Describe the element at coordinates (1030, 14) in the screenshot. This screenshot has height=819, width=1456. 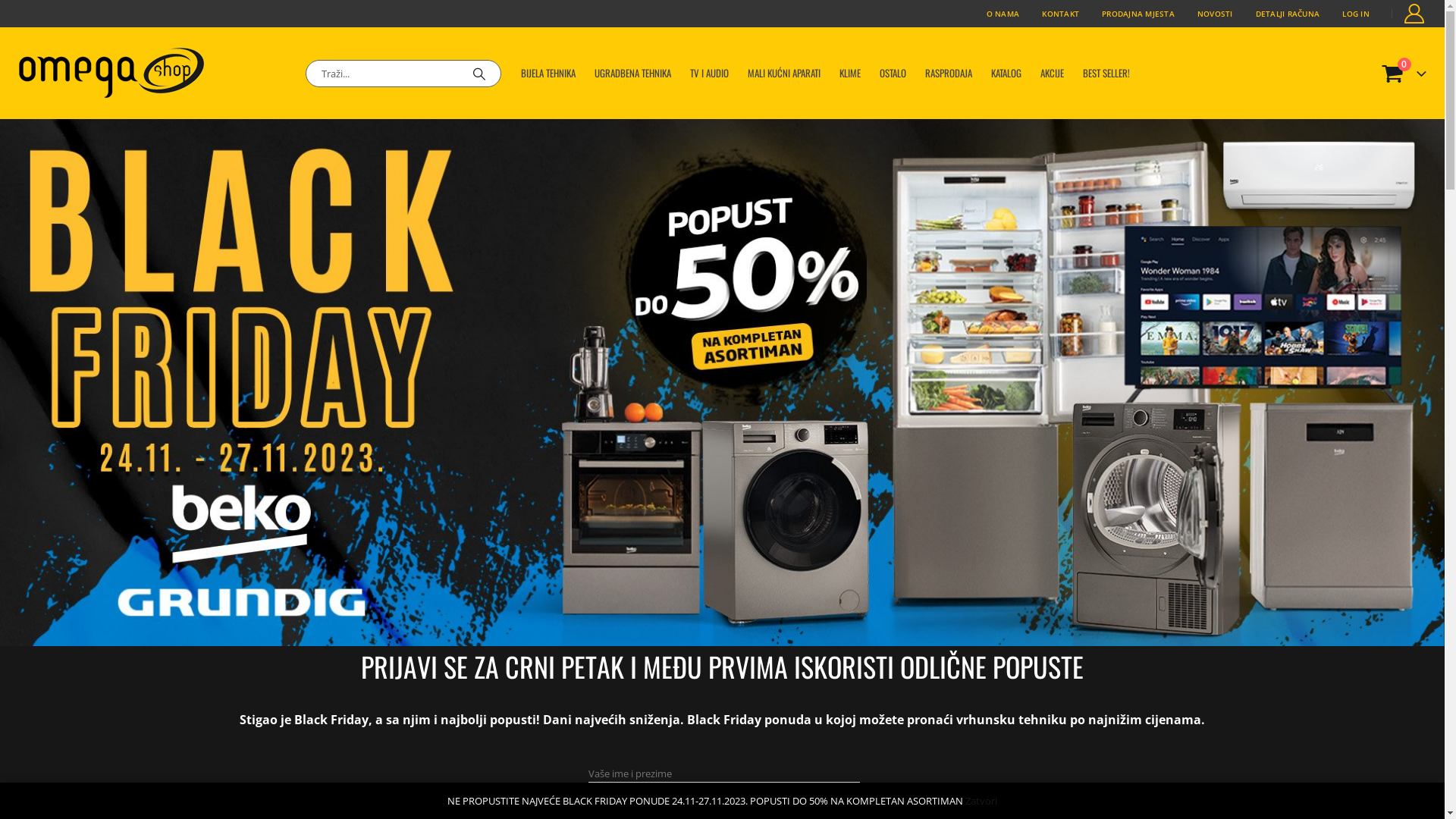
I see `'KONTAKT'` at that location.